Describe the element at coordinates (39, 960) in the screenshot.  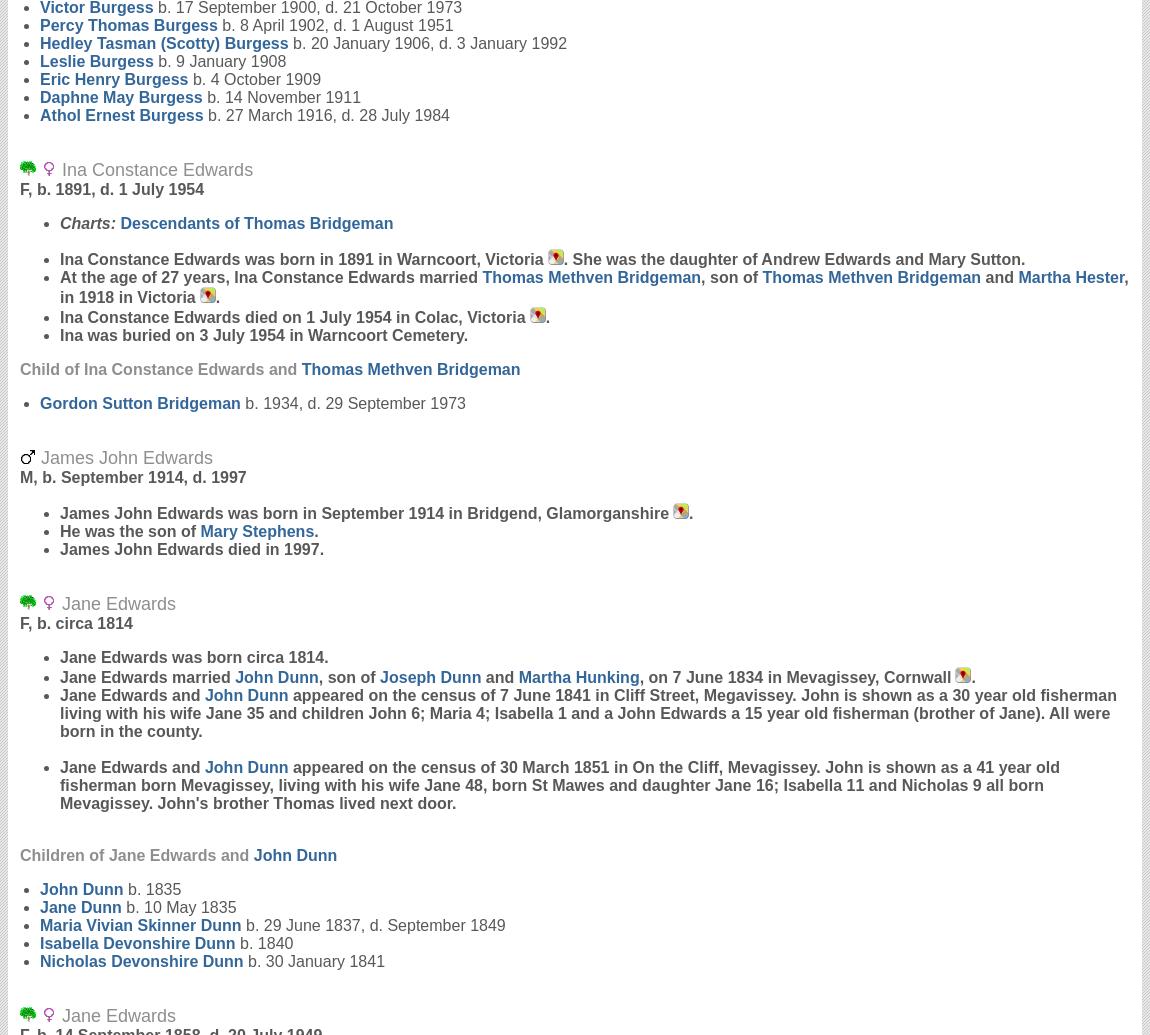
I see `'Nicholas Devonshire'` at that location.